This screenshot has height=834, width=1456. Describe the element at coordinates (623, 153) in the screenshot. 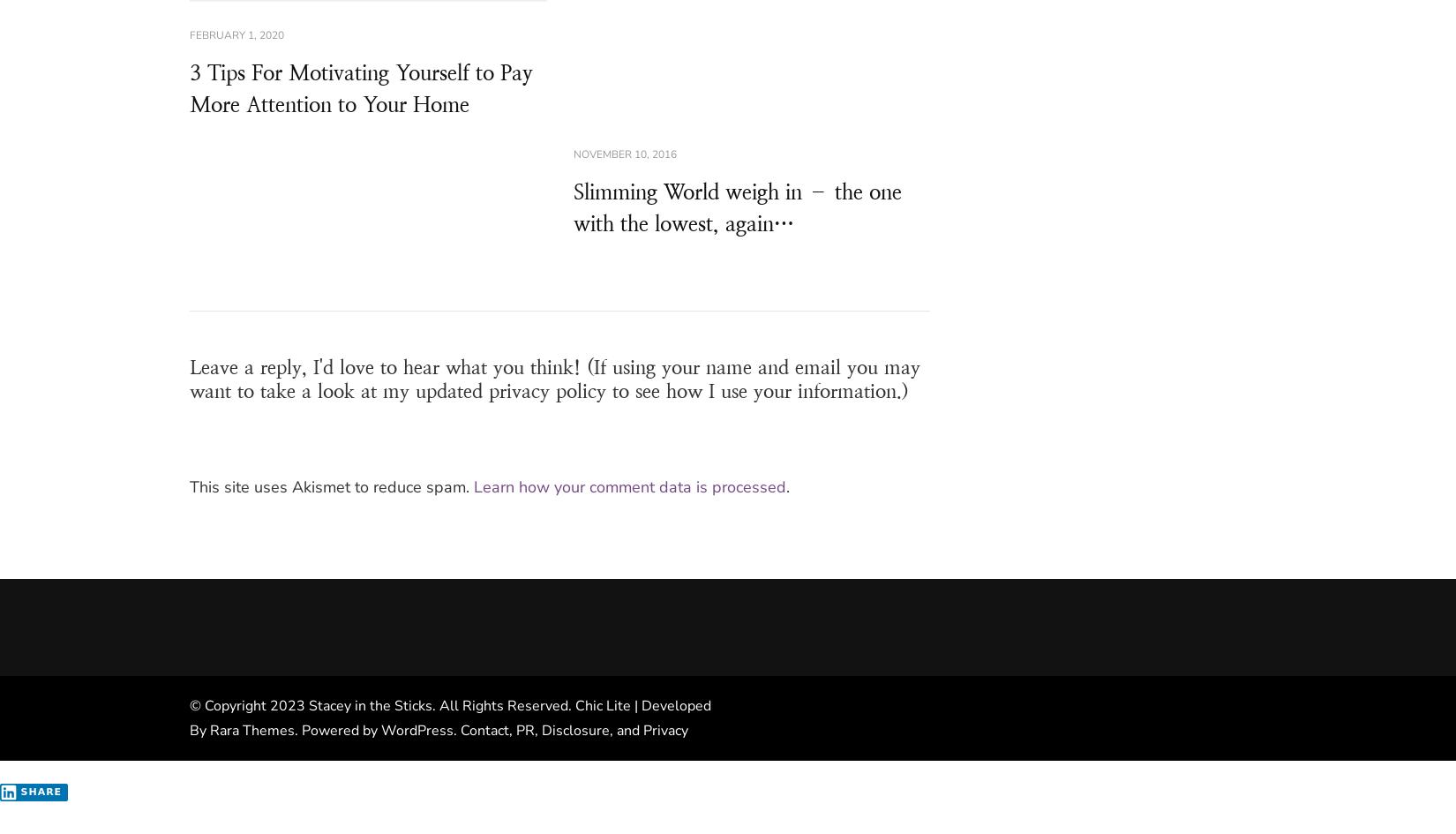

I see `'November 10, 2016'` at that location.